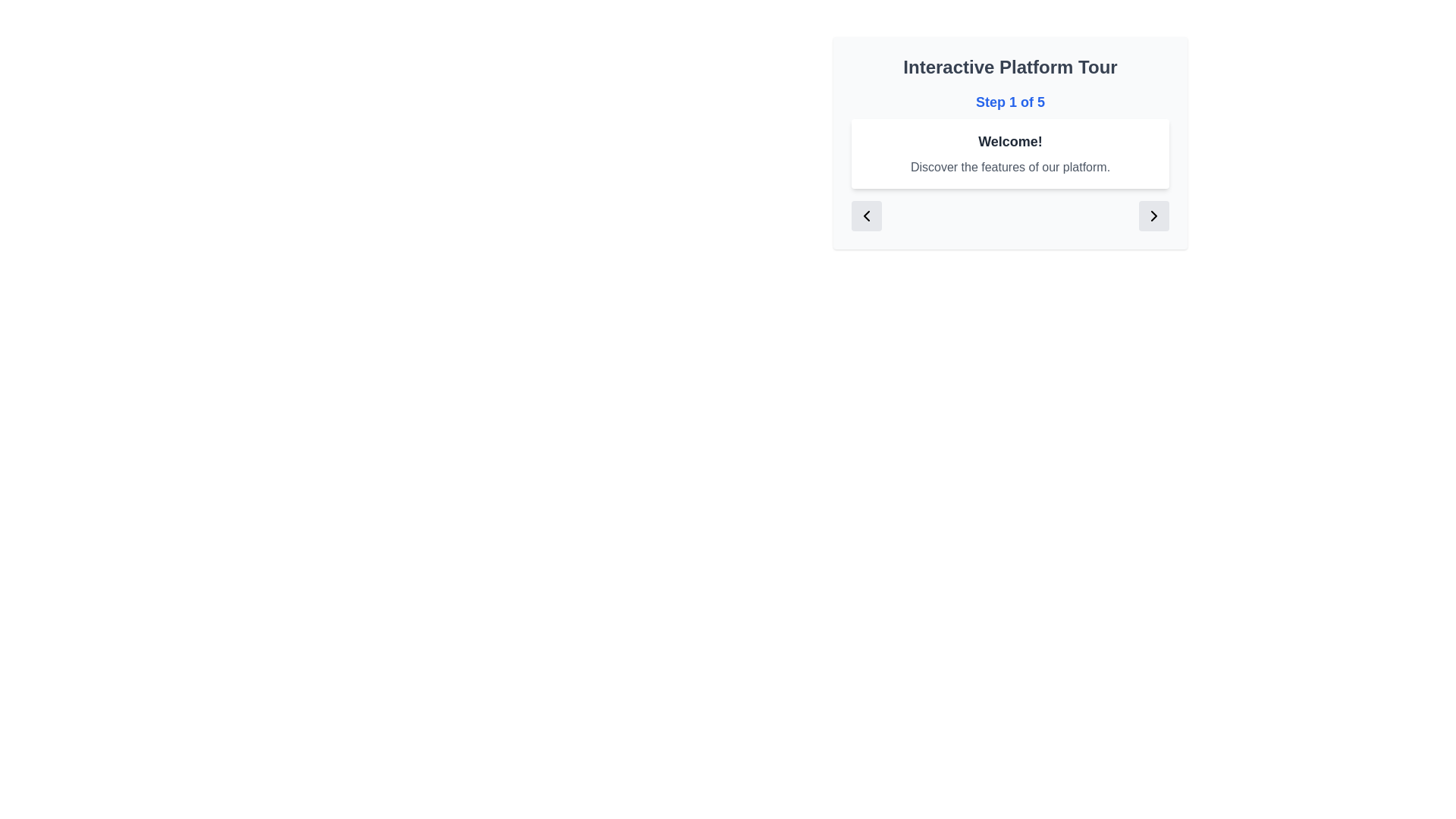 This screenshot has width=1456, height=819. What do you see at coordinates (1010, 167) in the screenshot?
I see `text element that displays 'Discover the features of our platform.' positioned below the 'Welcome!' header` at bounding box center [1010, 167].